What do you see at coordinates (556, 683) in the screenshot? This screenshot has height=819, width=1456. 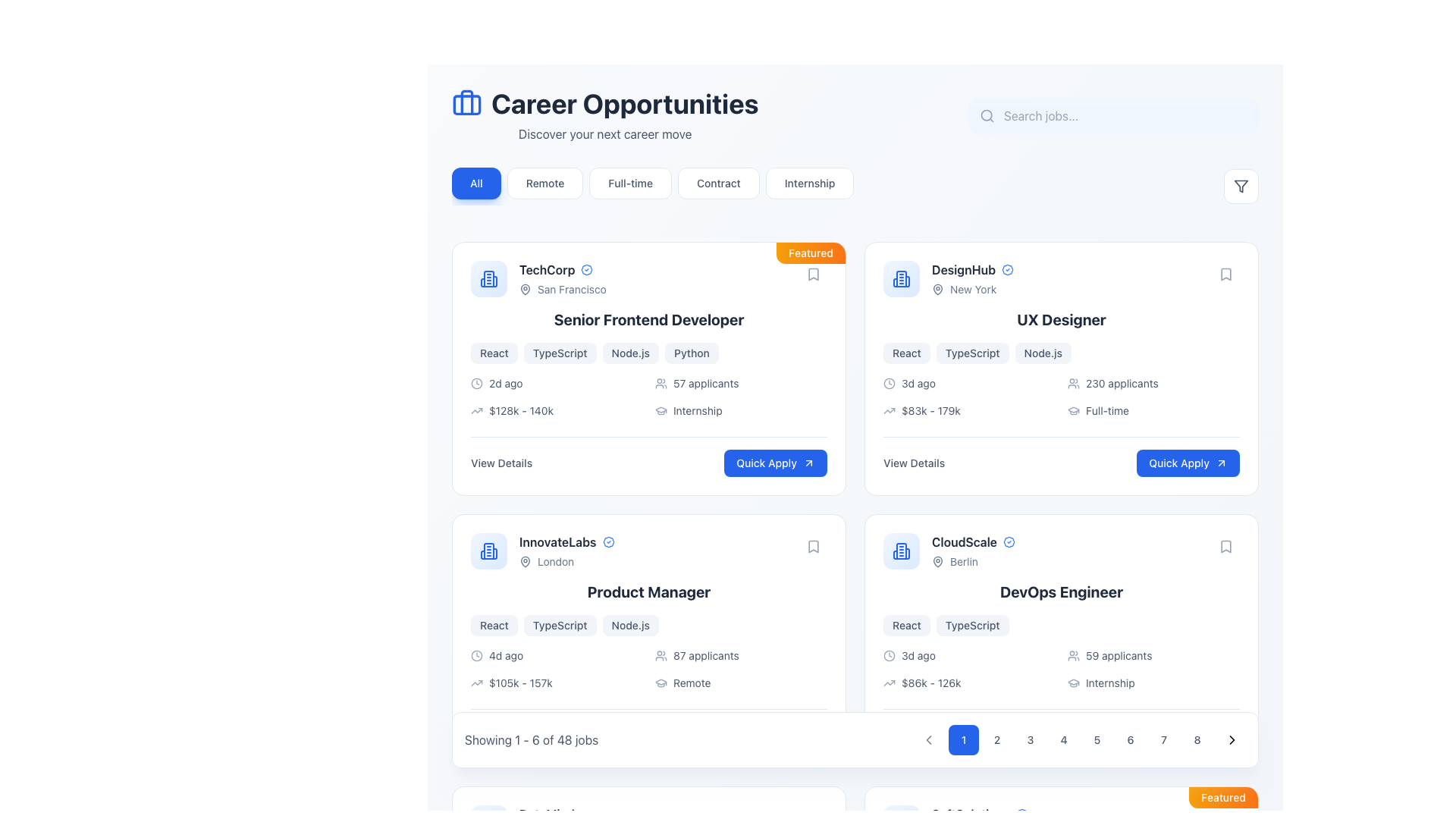 I see `the salary range display located in the bottom-left section of the 'InnovateLabs' card for the 'Product Manager' position to interpret the displayed salary information` at bounding box center [556, 683].